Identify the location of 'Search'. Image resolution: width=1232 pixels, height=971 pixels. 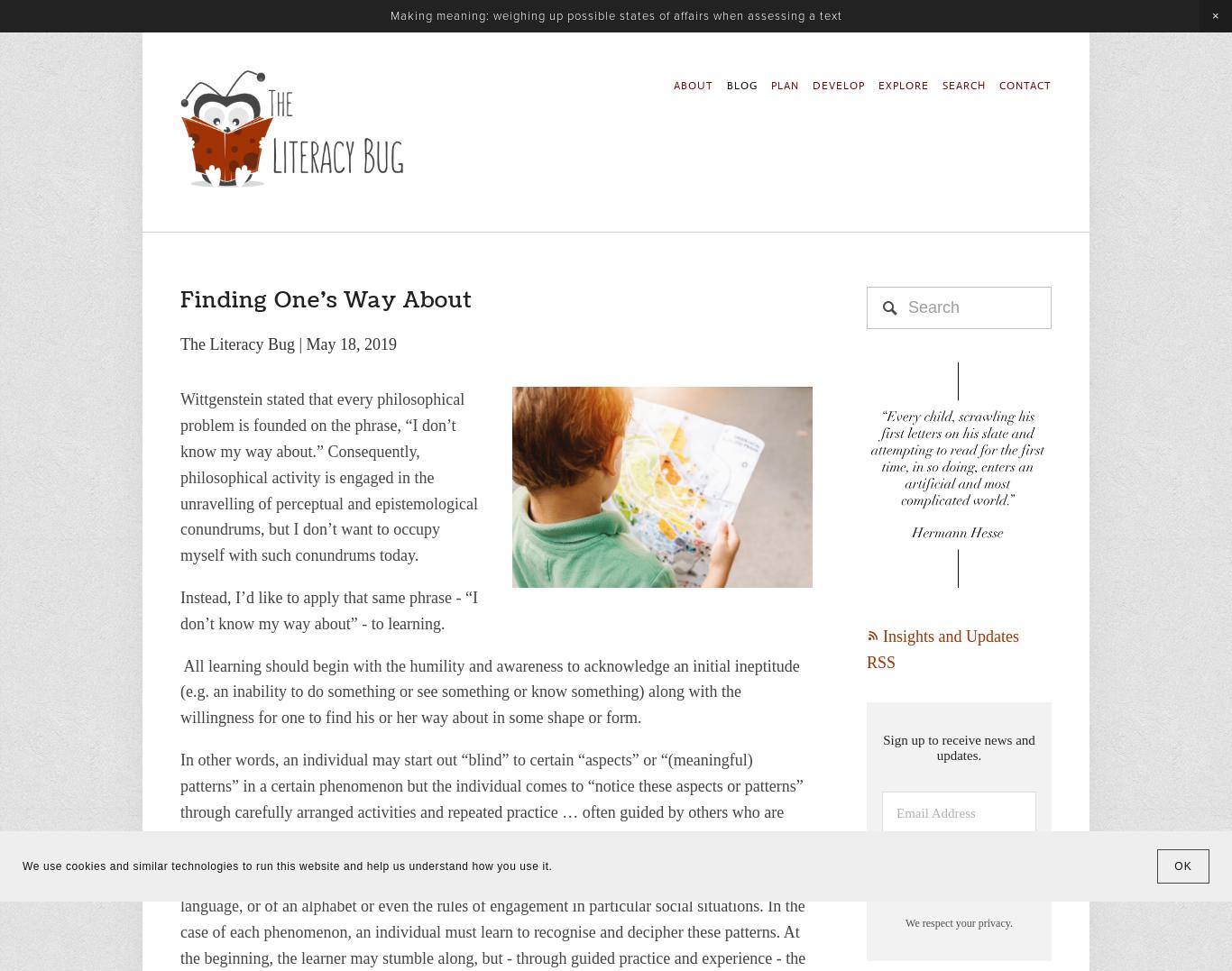
(197, 230).